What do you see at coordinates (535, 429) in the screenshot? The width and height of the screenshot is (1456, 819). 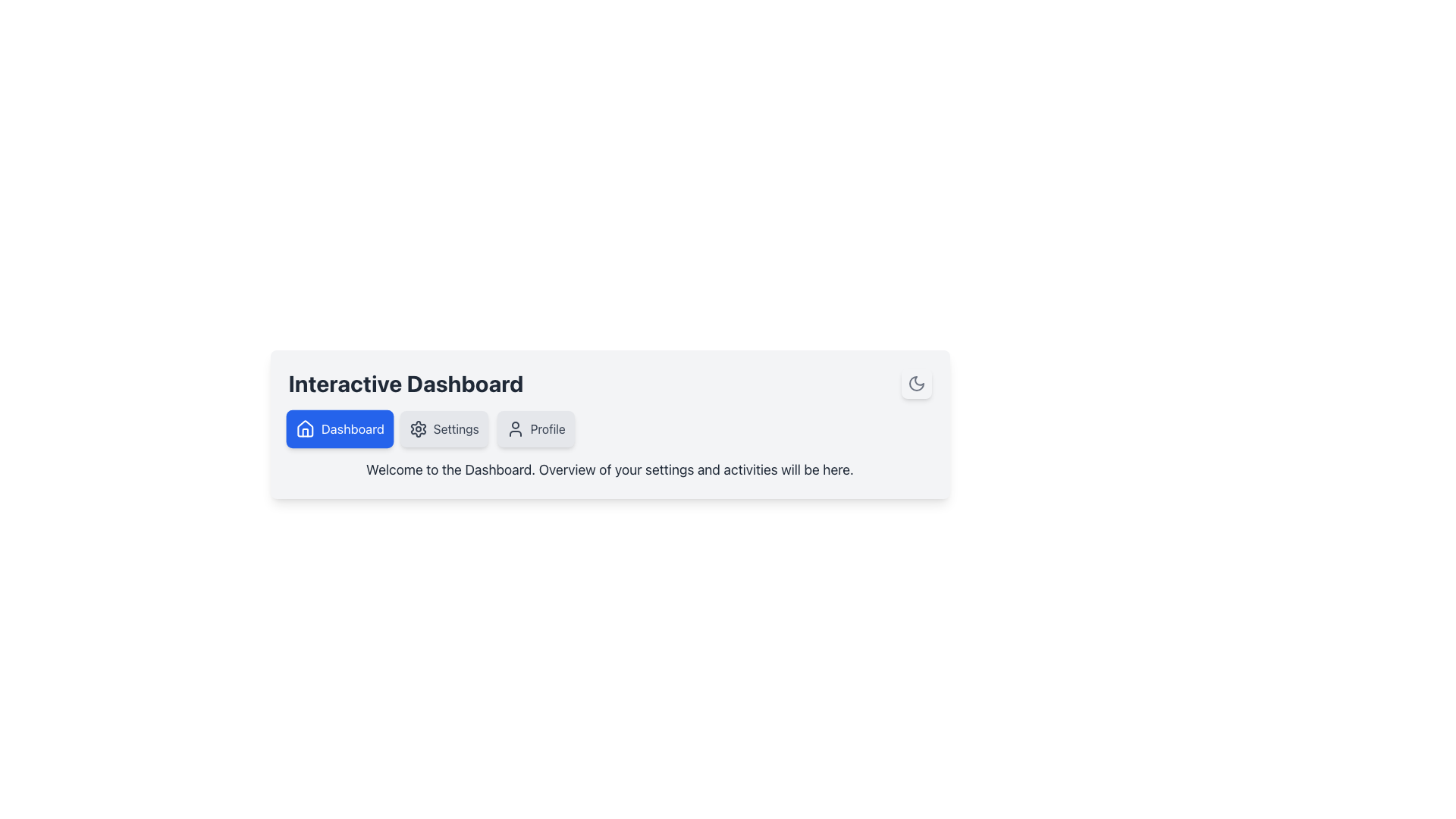 I see `the 'Profile' button that has a light gray background and rounded corners, containing a user profile icon and the text 'Profile'` at bounding box center [535, 429].